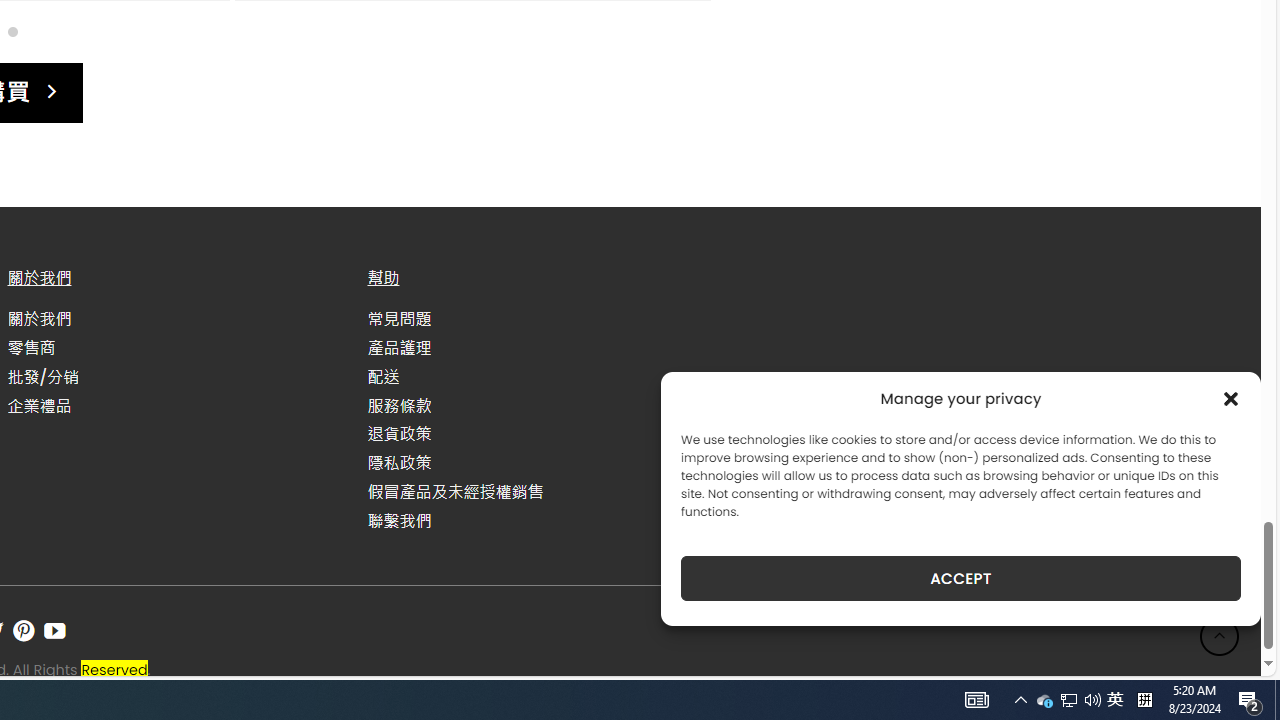 This screenshot has height=720, width=1280. Describe the element at coordinates (961, 578) in the screenshot. I see `'ACCEPT'` at that location.